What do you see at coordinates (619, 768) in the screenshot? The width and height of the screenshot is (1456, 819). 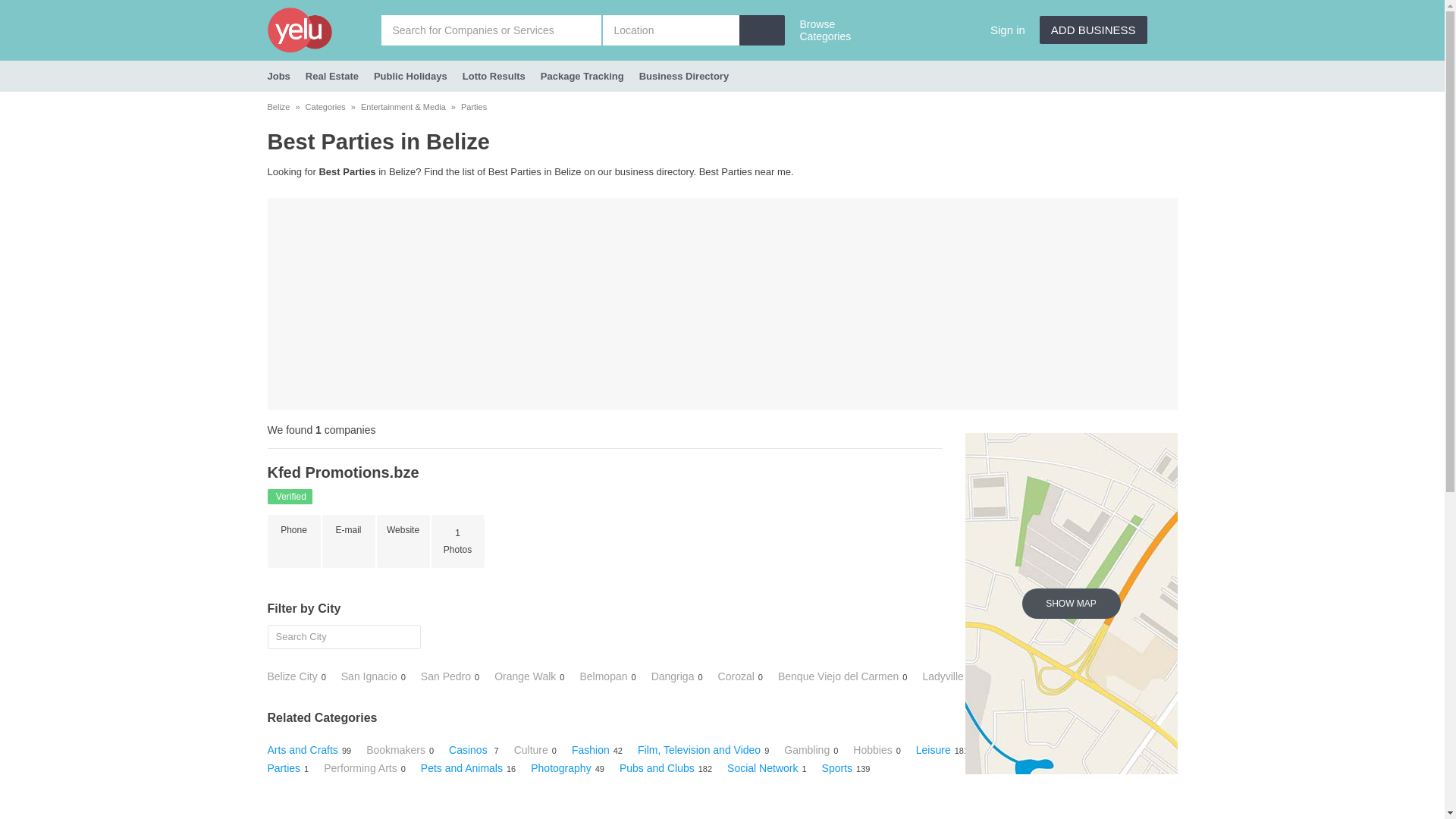 I see `'Pubs and Clubs'` at bounding box center [619, 768].